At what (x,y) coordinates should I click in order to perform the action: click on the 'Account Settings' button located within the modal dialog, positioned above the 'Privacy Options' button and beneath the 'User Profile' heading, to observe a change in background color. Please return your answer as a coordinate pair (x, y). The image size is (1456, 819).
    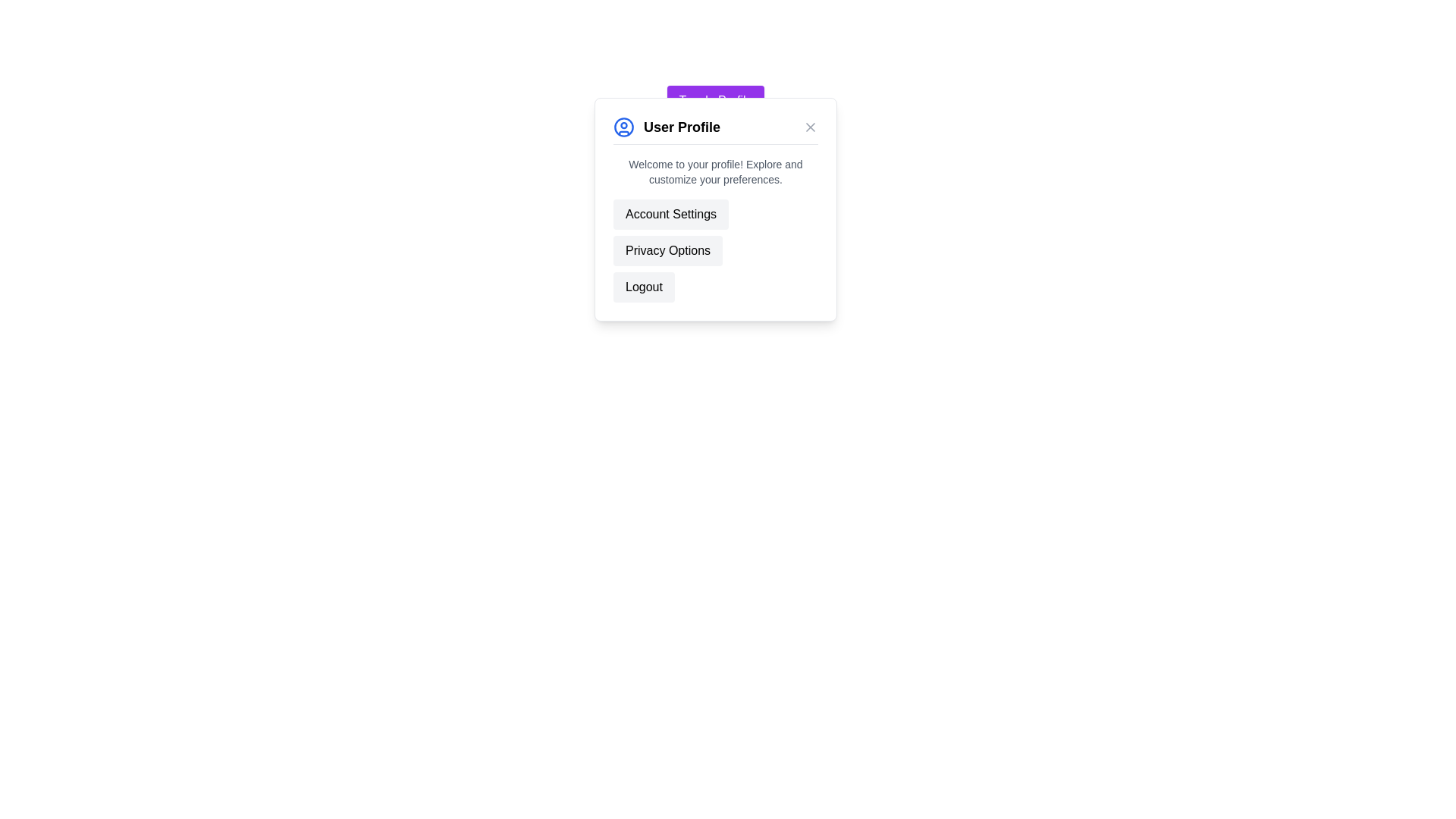
    Looking at the image, I should click on (670, 214).